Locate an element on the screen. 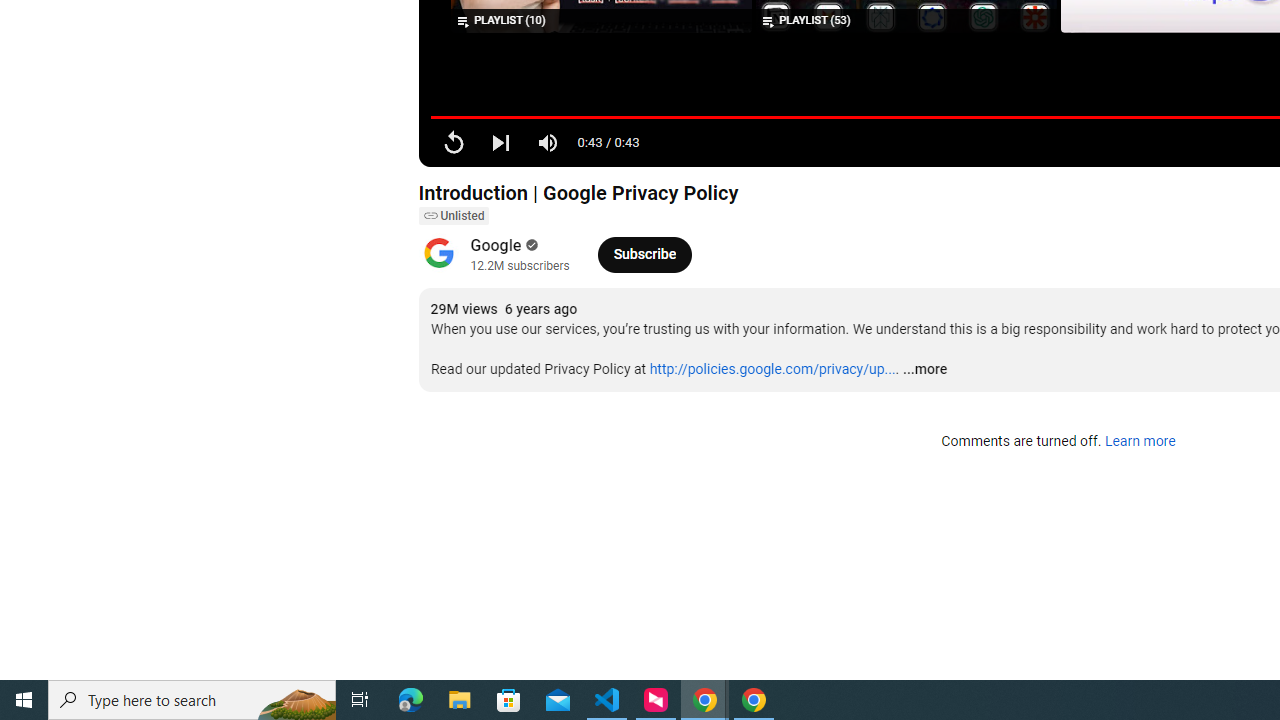 Image resolution: width=1280 pixels, height=720 pixels. 'Verified' is located at coordinates (530, 244).